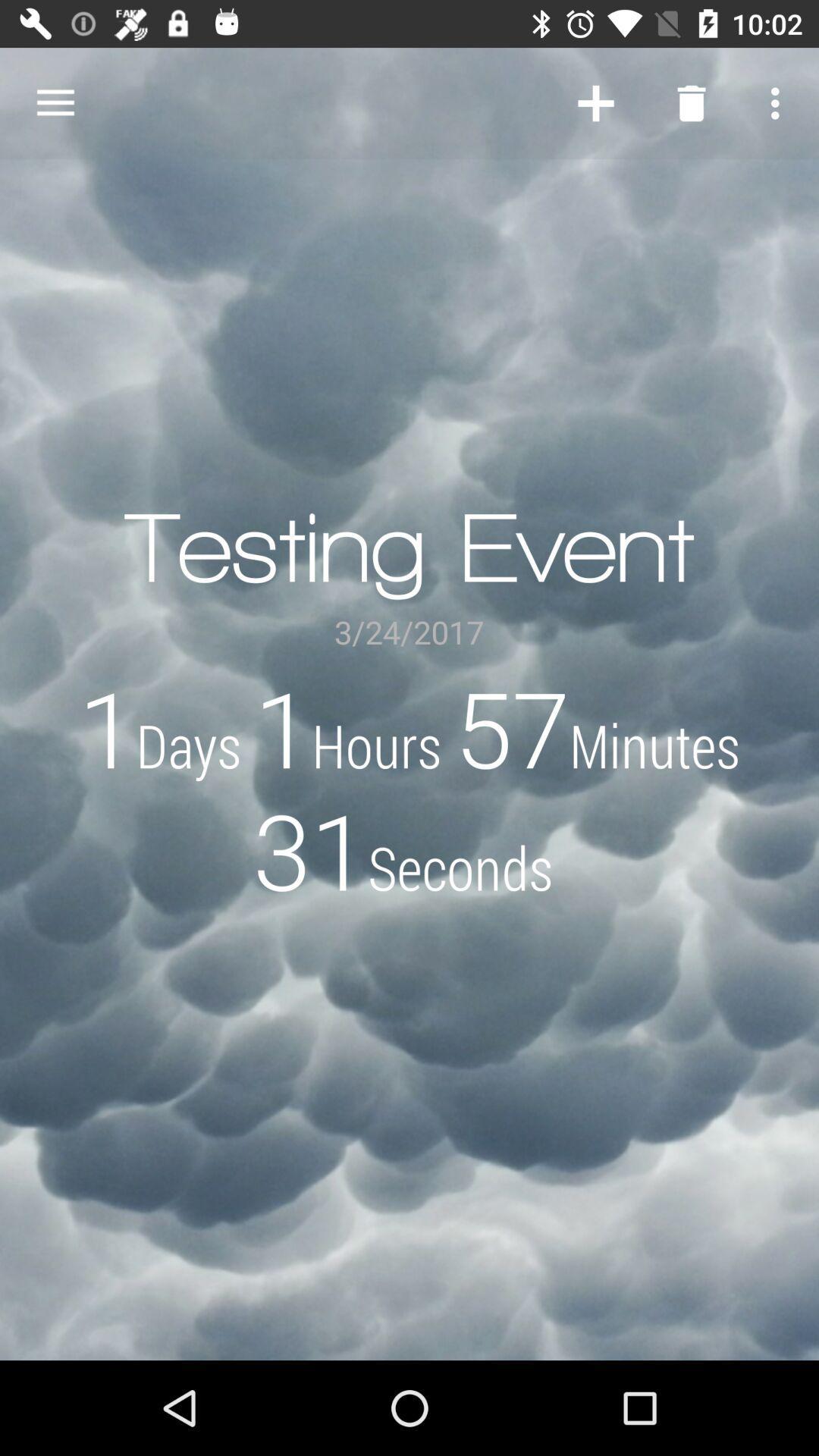 The width and height of the screenshot is (819, 1456). What do you see at coordinates (595, 102) in the screenshot?
I see `icon above the testing event` at bounding box center [595, 102].